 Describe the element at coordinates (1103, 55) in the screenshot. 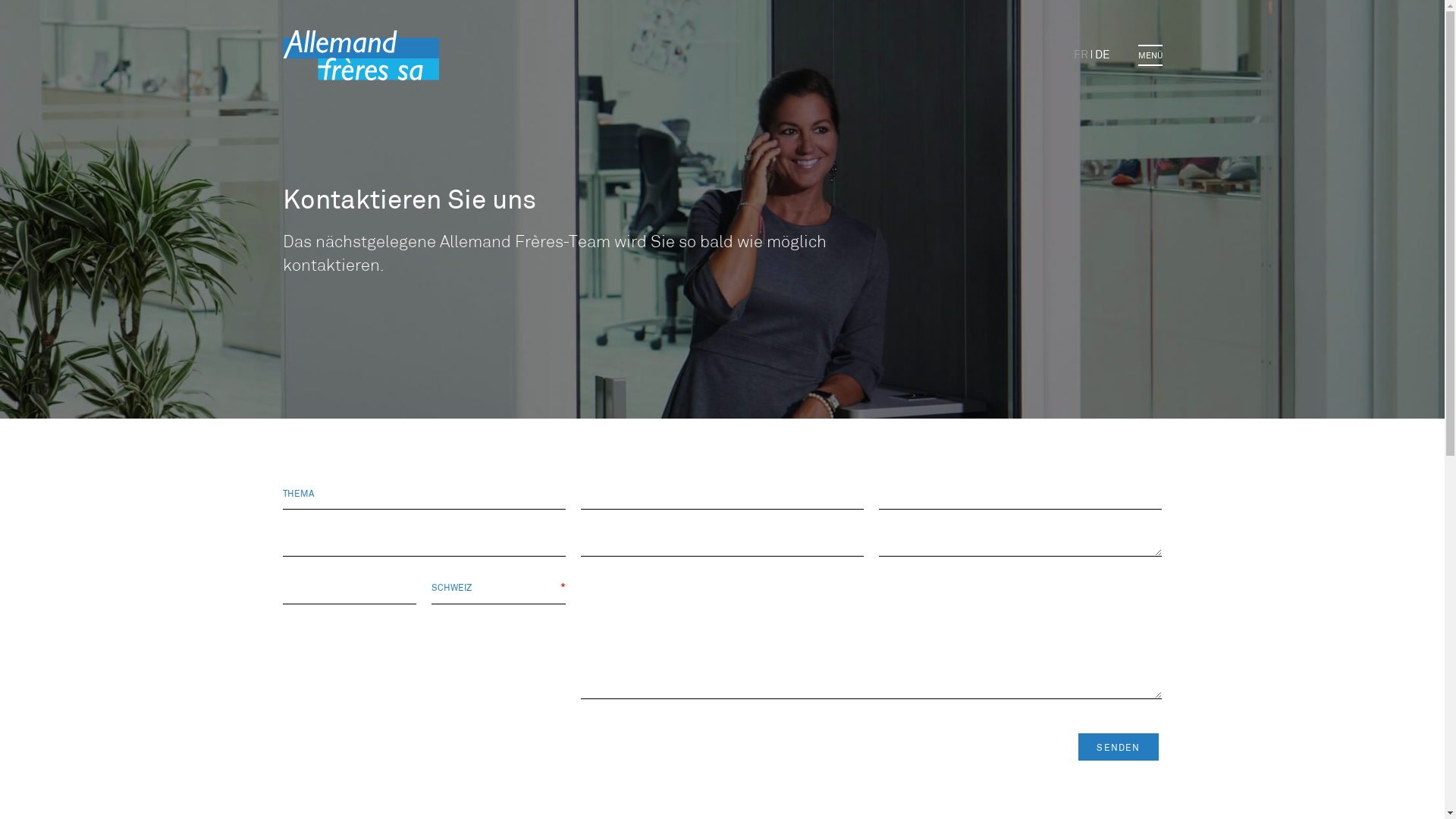

I see `'DE'` at that location.